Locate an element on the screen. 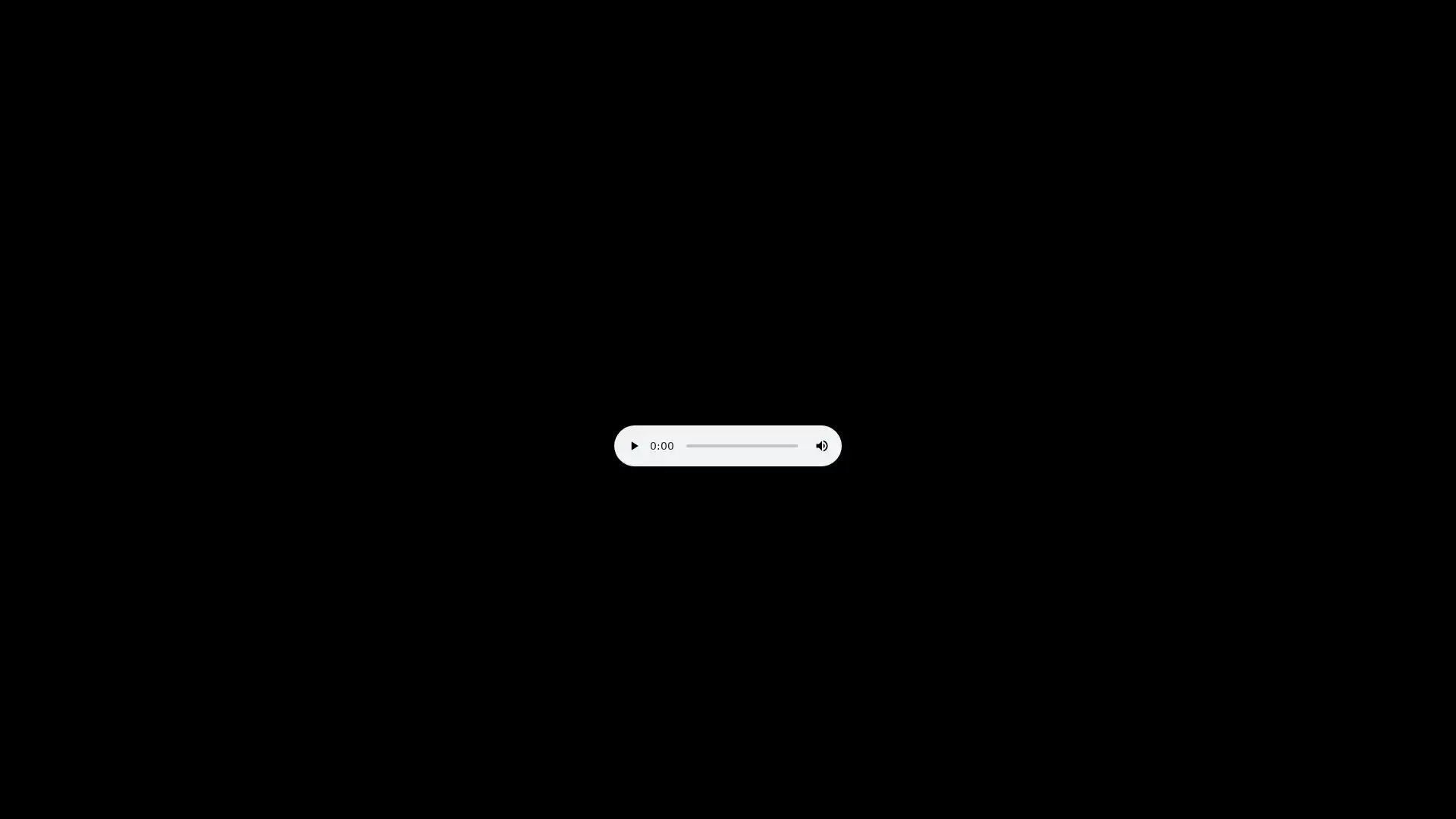 The height and width of the screenshot is (819, 1456). mute is located at coordinates (821, 444).